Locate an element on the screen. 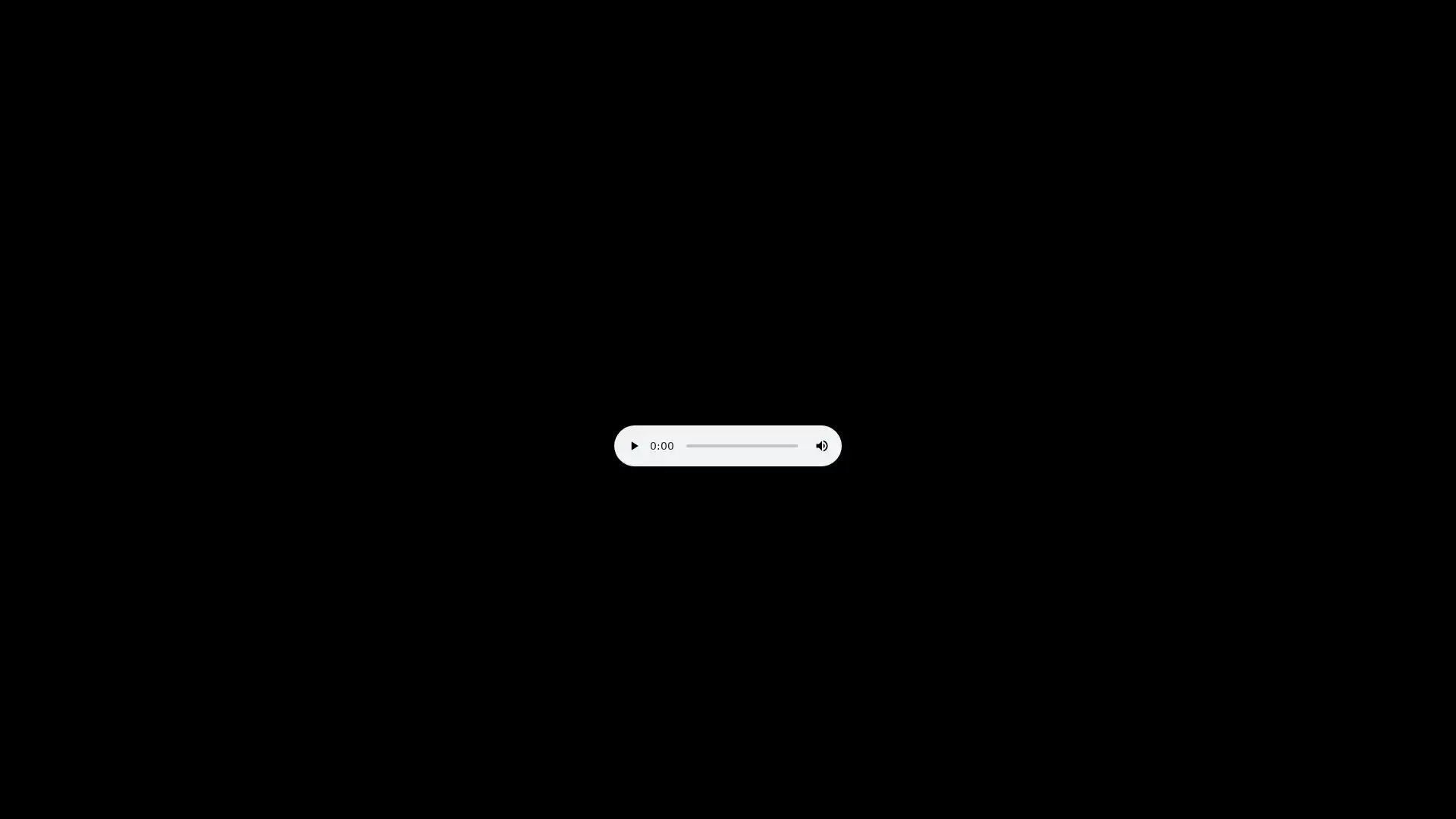 The height and width of the screenshot is (819, 1456). mute is located at coordinates (821, 444).